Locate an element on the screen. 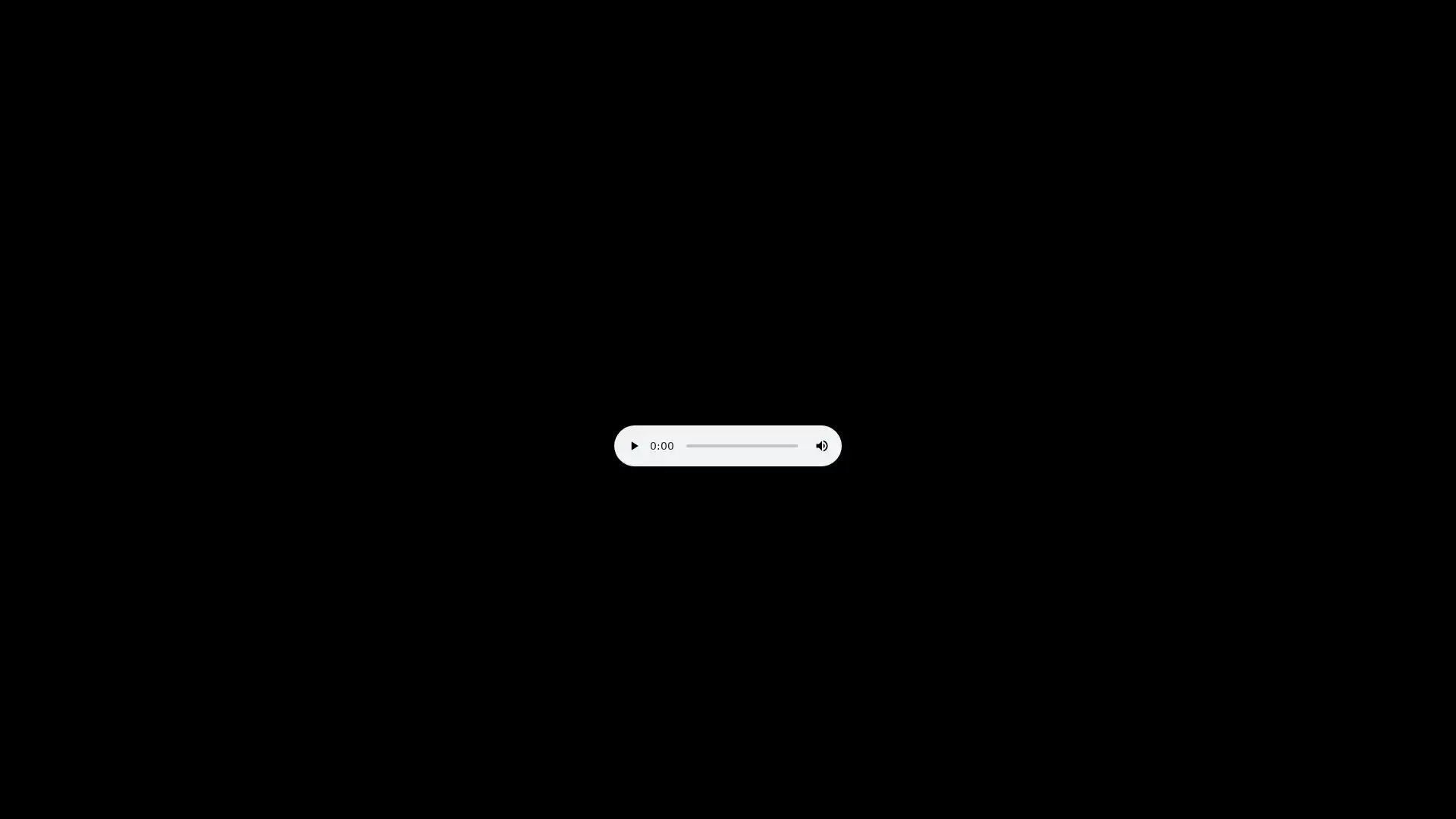 The height and width of the screenshot is (819, 1456). mute is located at coordinates (821, 444).